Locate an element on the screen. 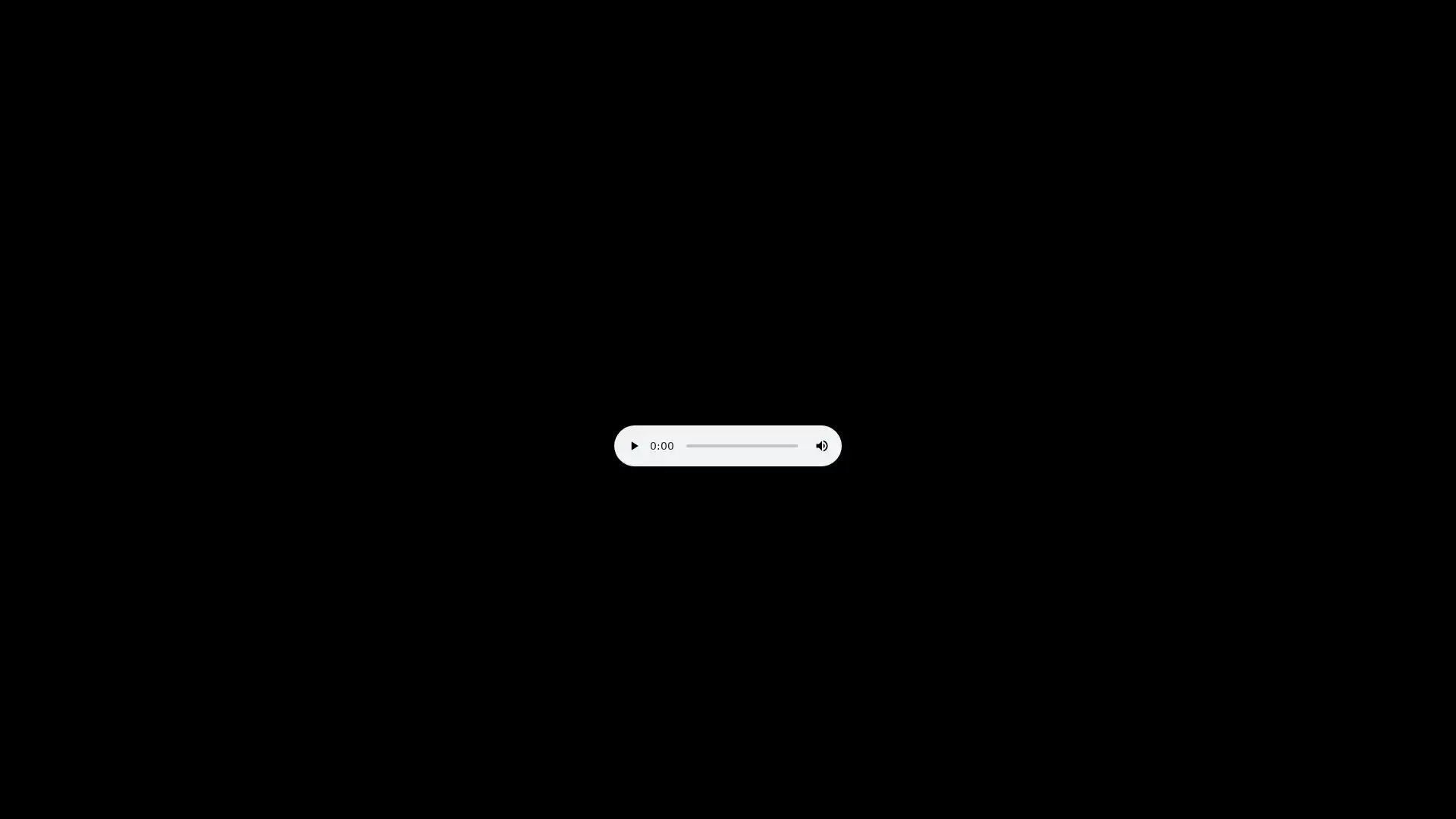 The height and width of the screenshot is (819, 1456). mute is located at coordinates (821, 444).